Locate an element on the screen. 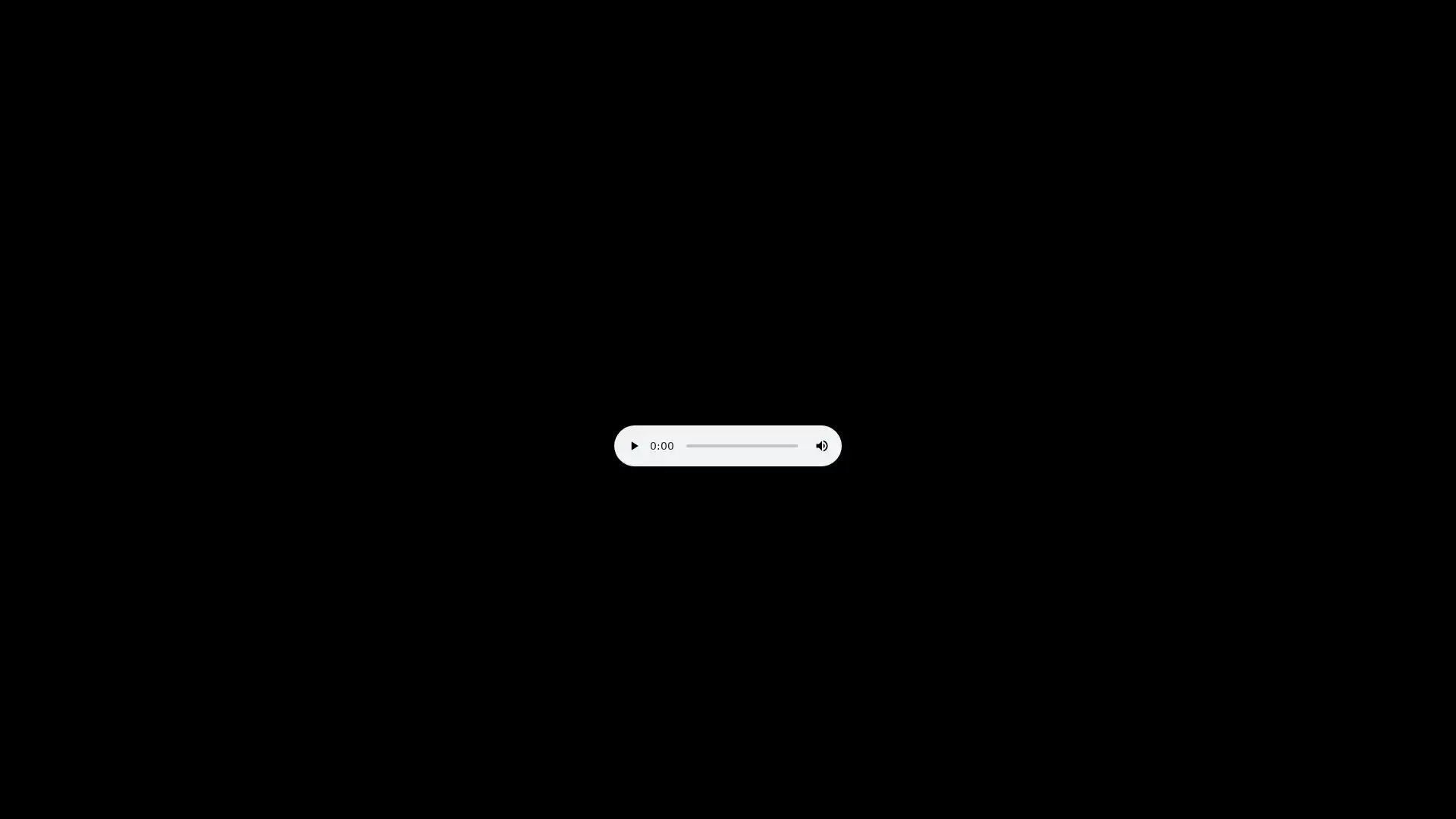 The height and width of the screenshot is (819, 1456). mute is located at coordinates (821, 444).